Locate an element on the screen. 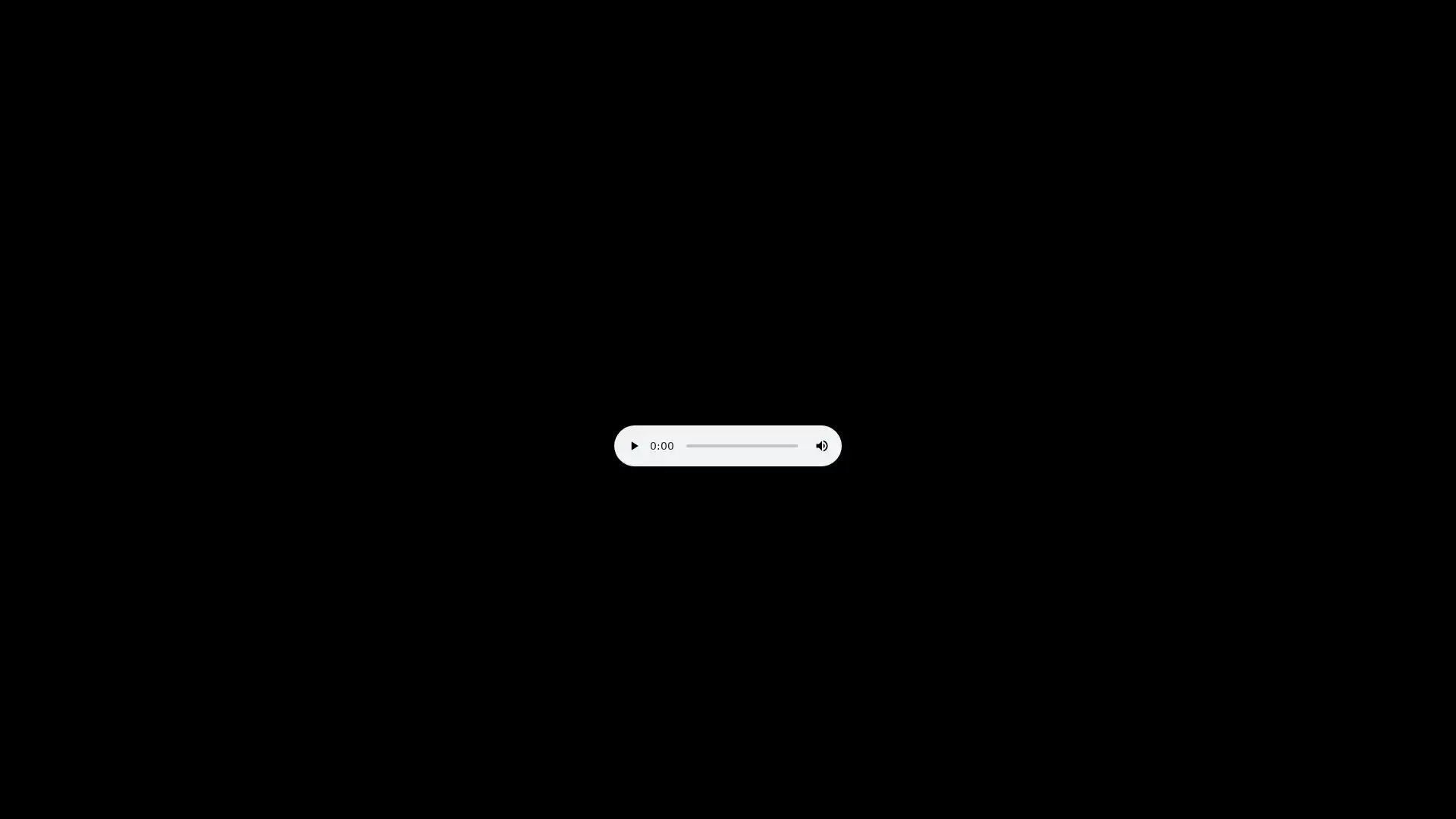 The height and width of the screenshot is (819, 1456). mute is located at coordinates (821, 444).